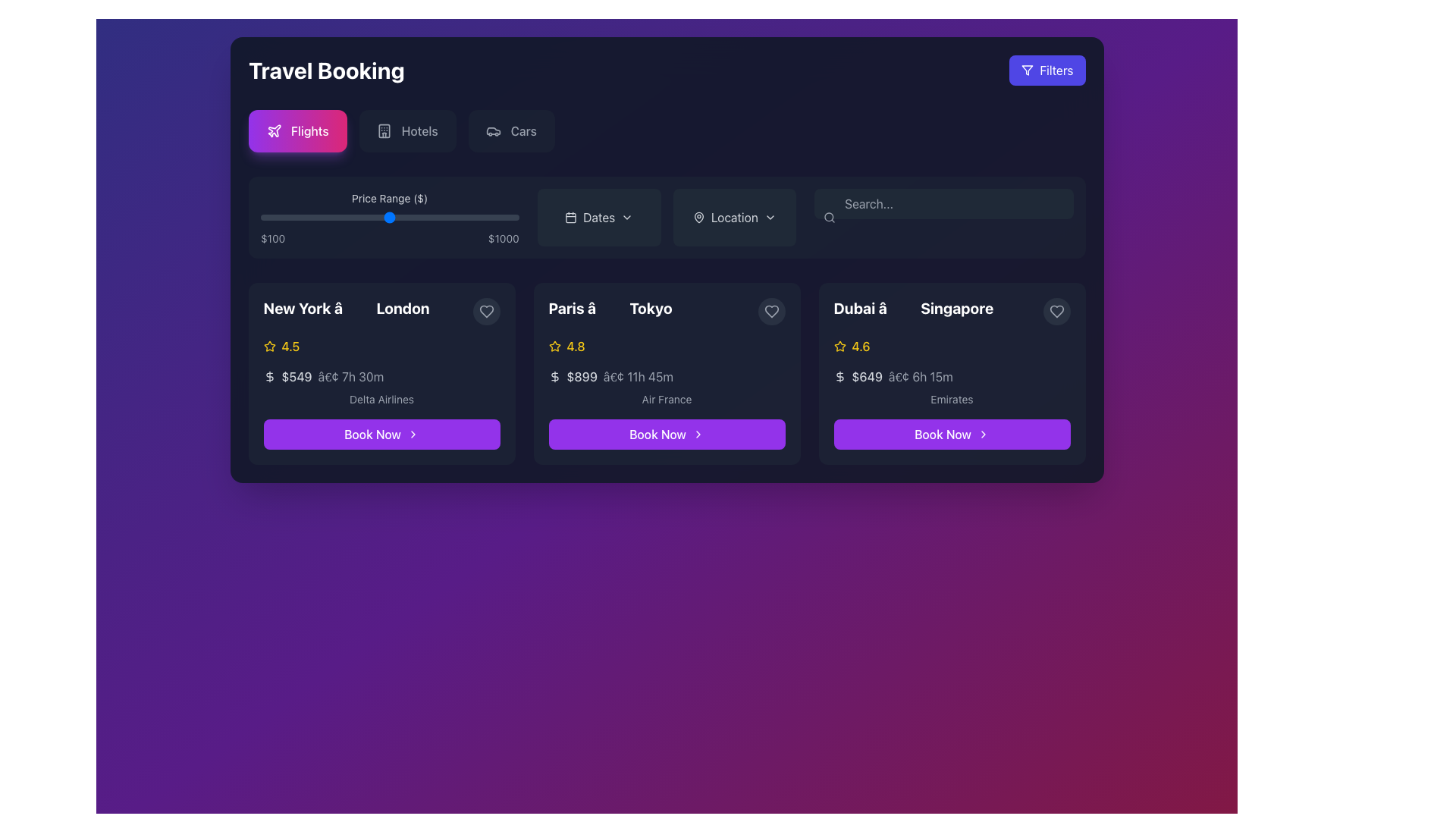 The image size is (1456, 819). I want to click on textual information displaying the price of $899 and duration of 11h 45m, located in the upper section of the middle card beneath the destination titles 'Paris' and 'Tokyo', so click(667, 376).